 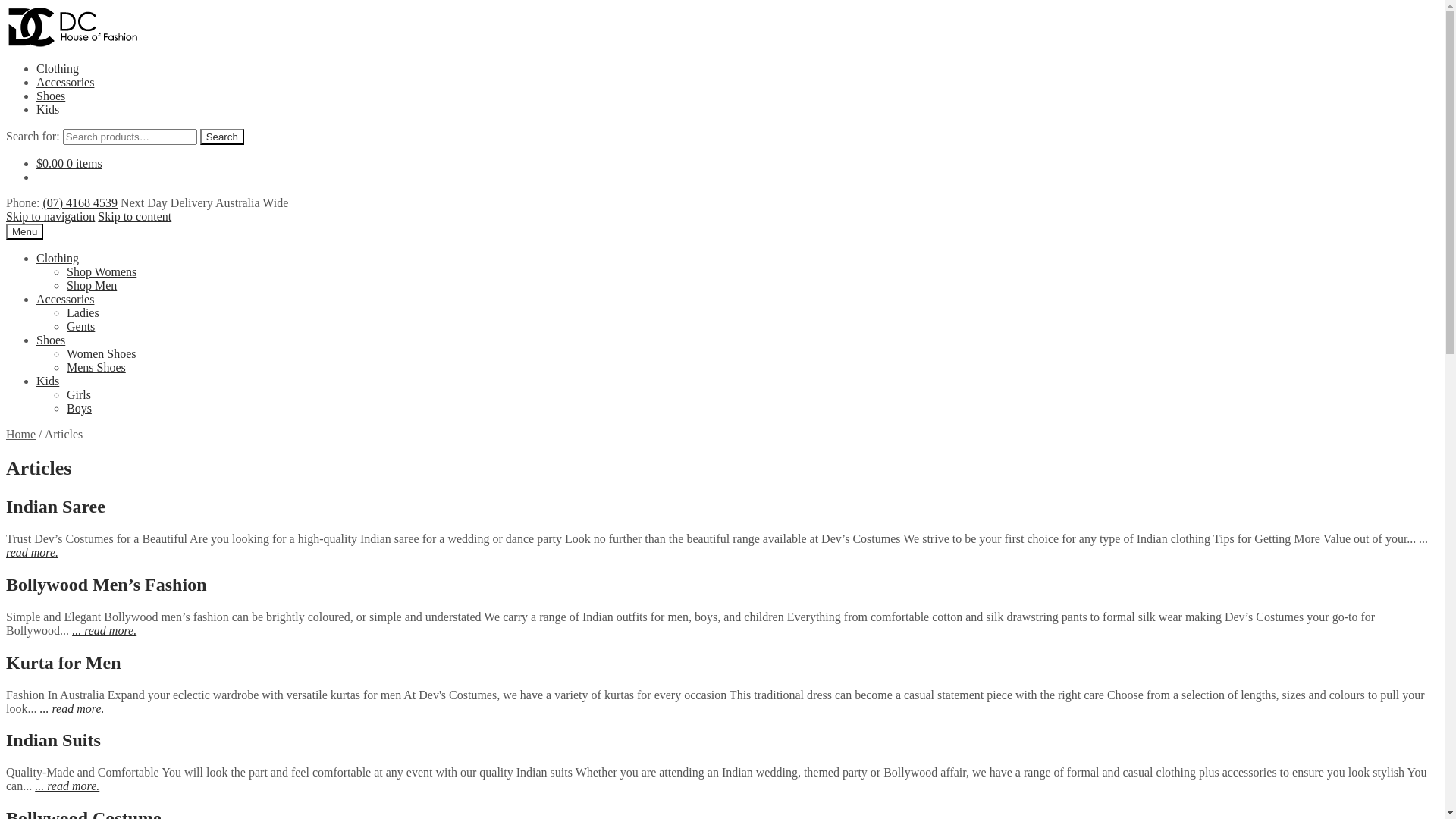 What do you see at coordinates (82, 312) in the screenshot?
I see `'Ladies'` at bounding box center [82, 312].